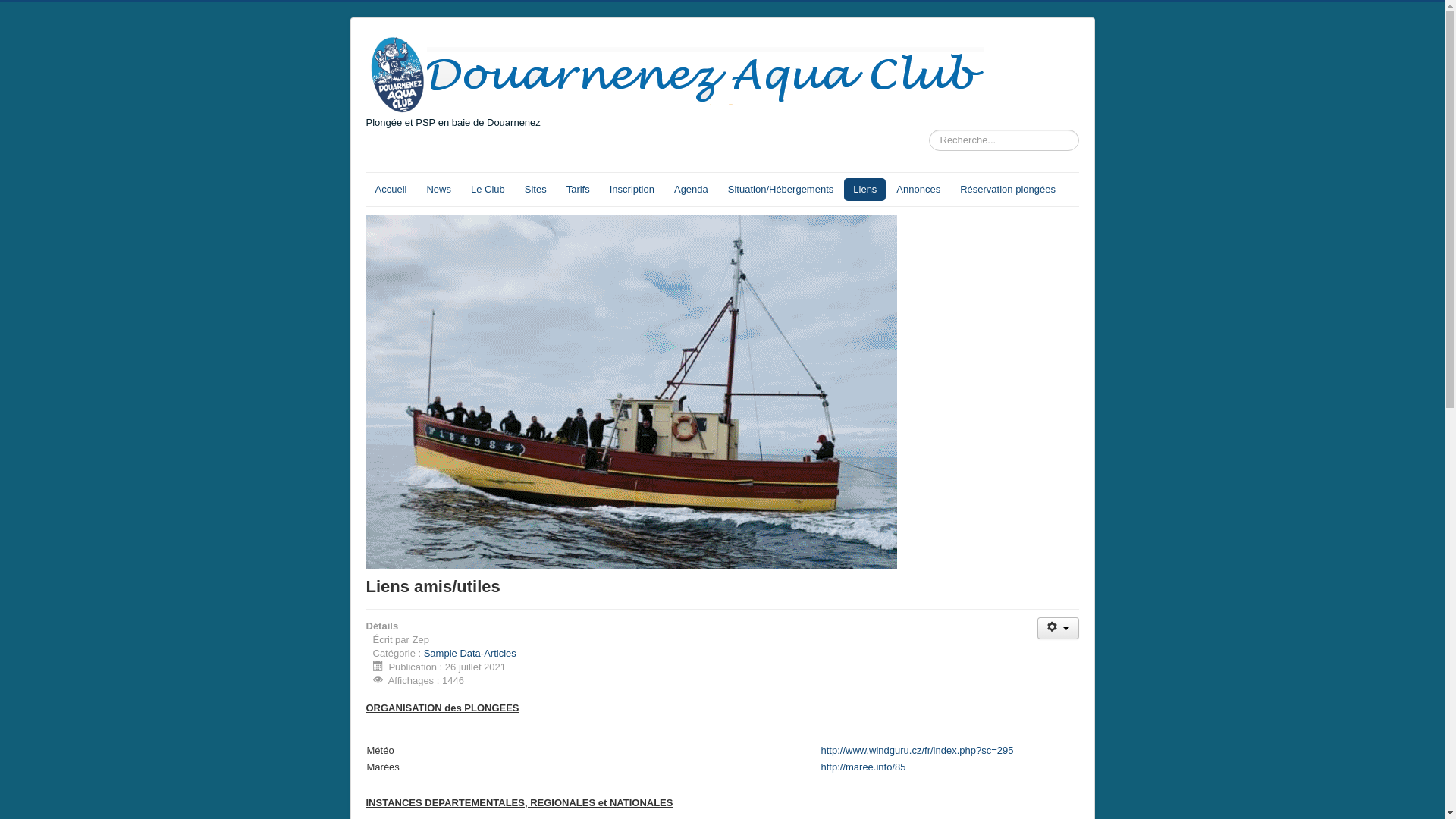 The image size is (1456, 819). Describe the element at coordinates (690, 189) in the screenshot. I see `'Agenda'` at that location.